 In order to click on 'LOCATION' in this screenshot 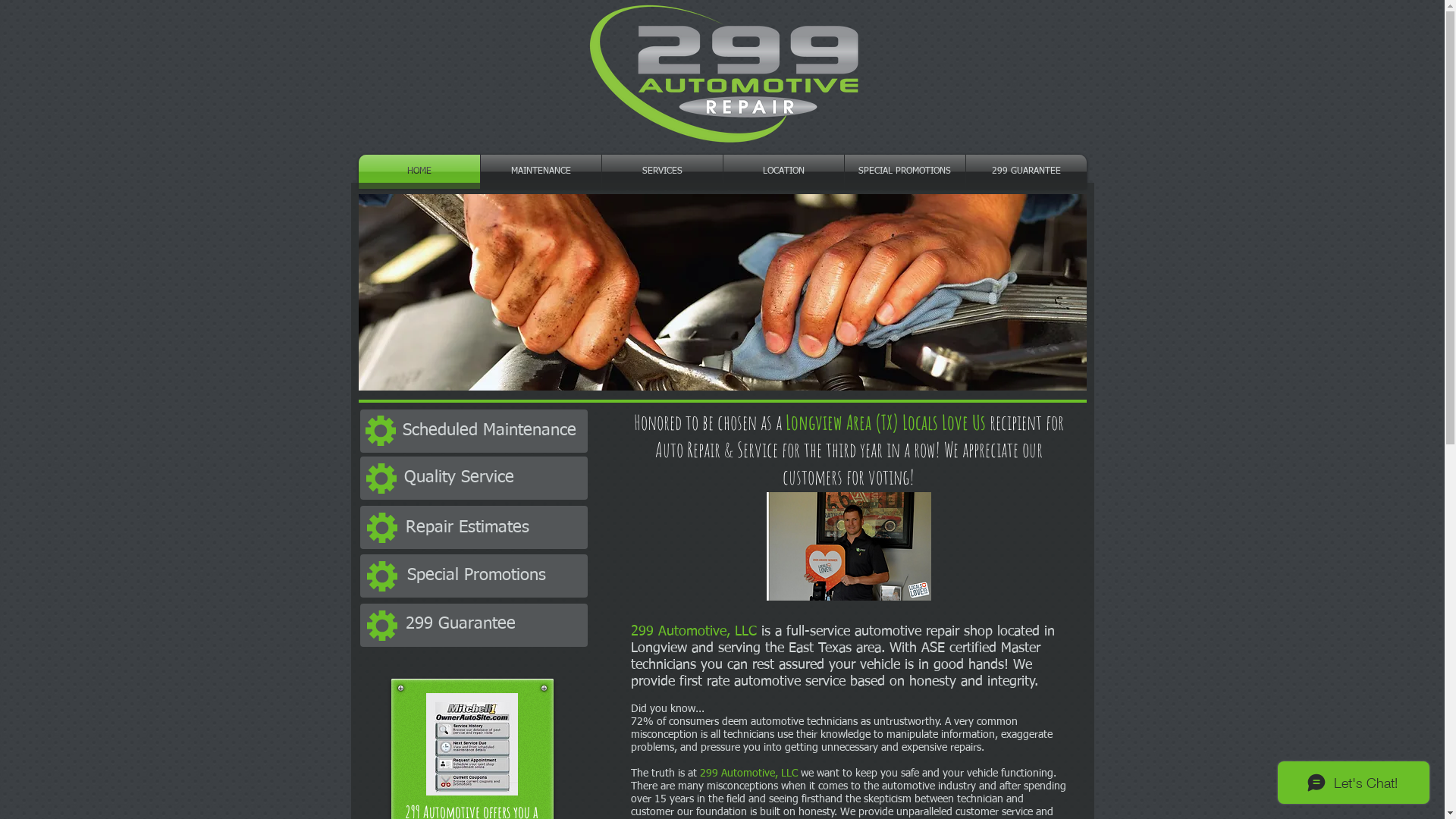, I will do `click(783, 171)`.